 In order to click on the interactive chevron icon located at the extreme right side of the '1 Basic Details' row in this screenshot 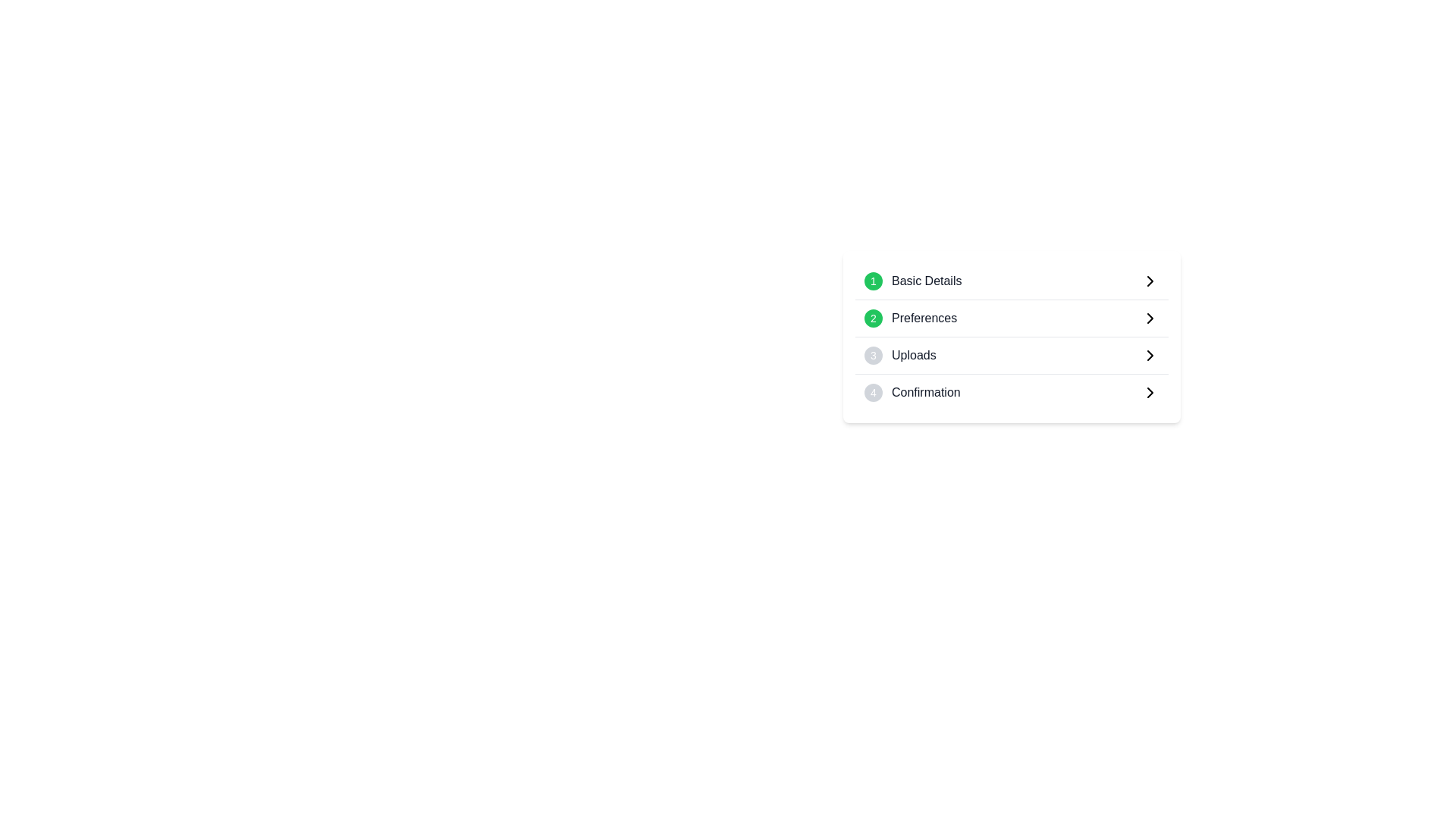, I will do `click(1150, 281)`.